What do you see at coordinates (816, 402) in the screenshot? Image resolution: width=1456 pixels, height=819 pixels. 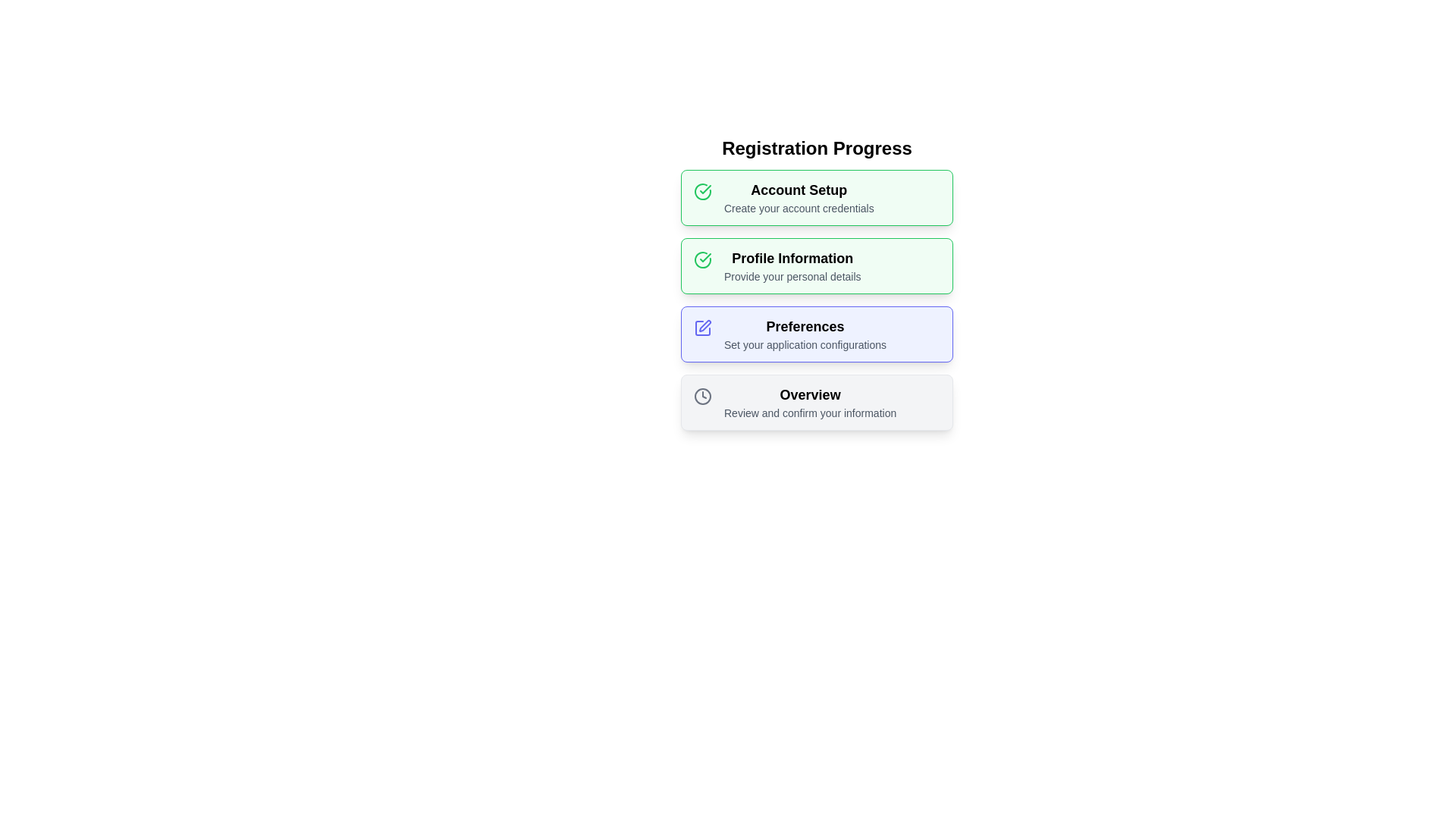 I see `the final card in the registration process interface` at bounding box center [816, 402].